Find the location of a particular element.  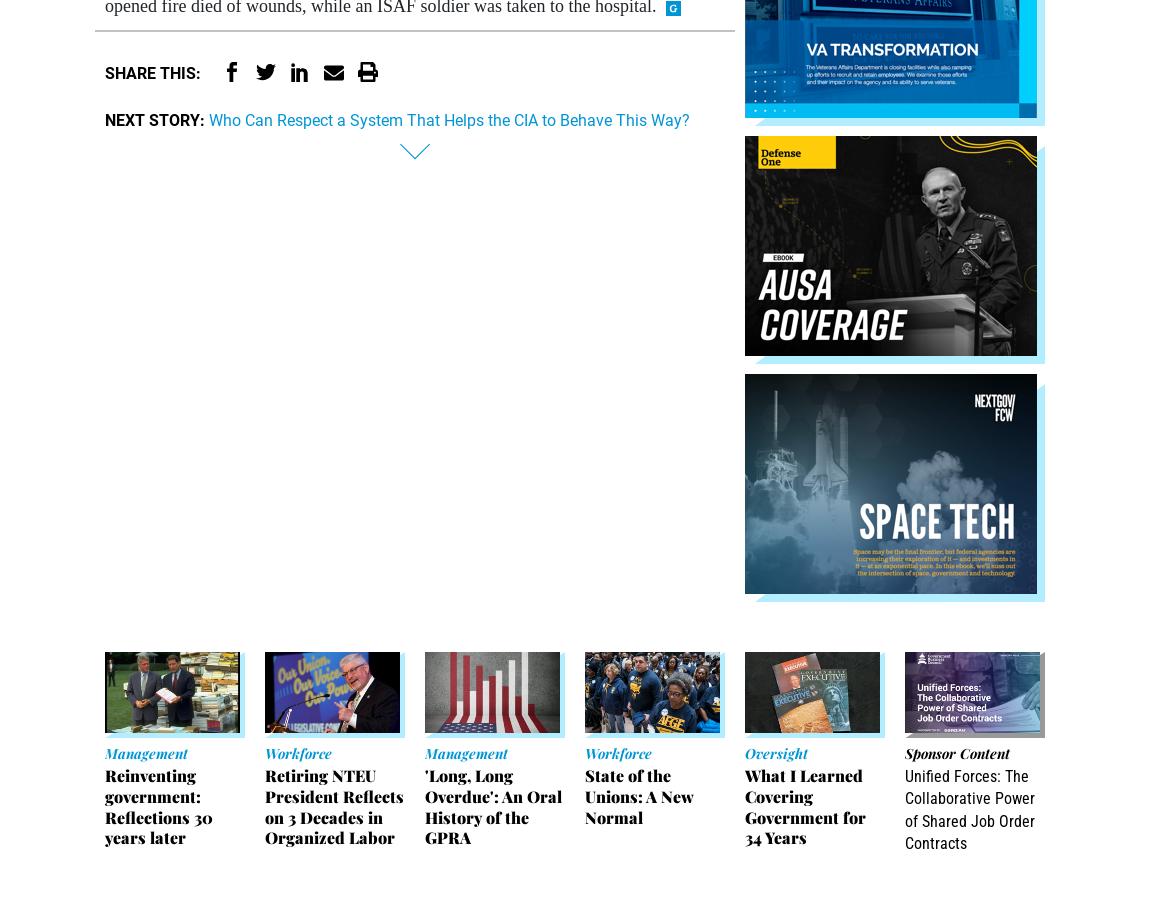

'sponsor content' is located at coordinates (956, 752).